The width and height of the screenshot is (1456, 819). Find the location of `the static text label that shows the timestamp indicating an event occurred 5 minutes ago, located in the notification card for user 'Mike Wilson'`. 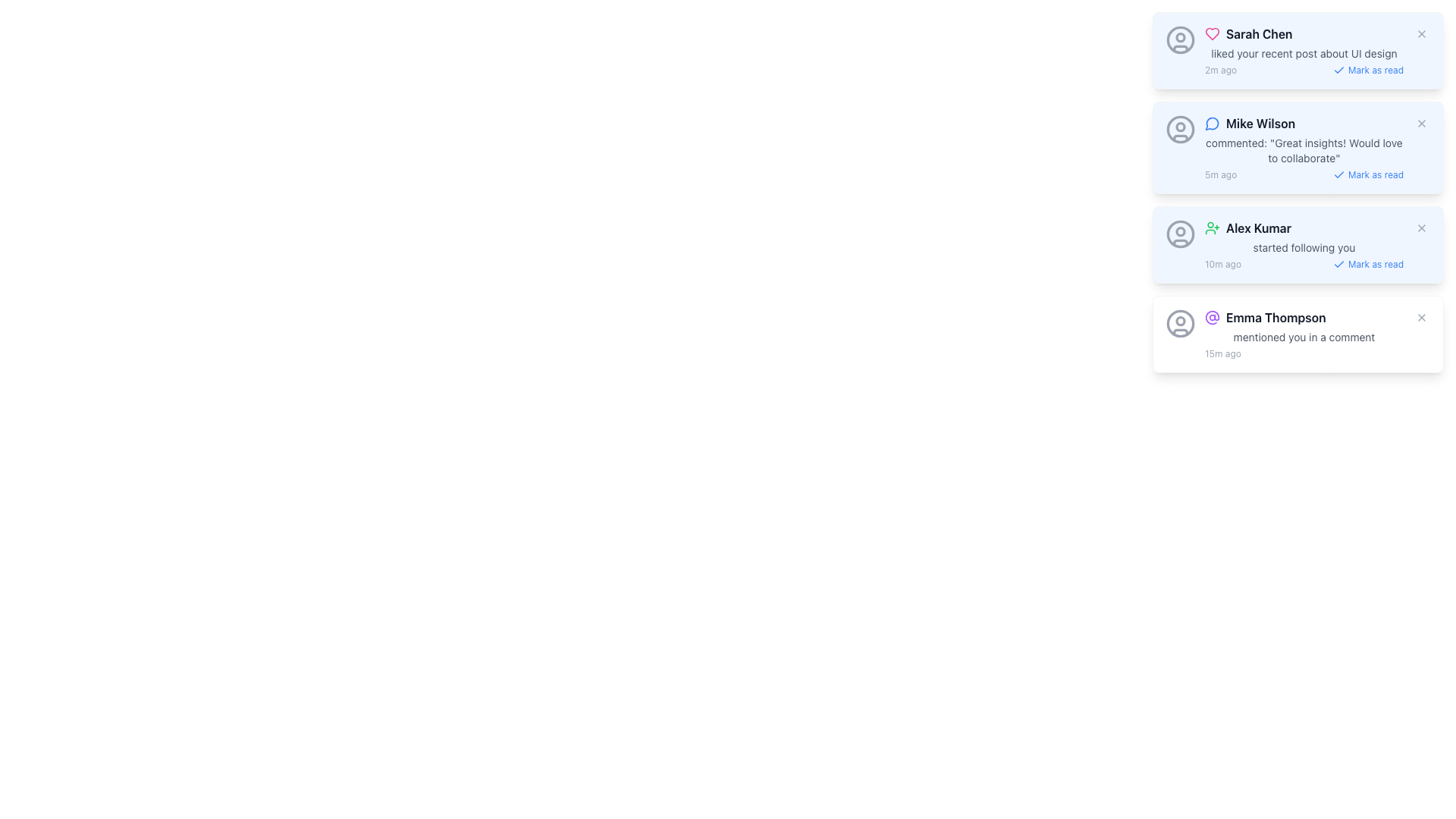

the static text label that shows the timestamp indicating an event occurred 5 minutes ago, located in the notification card for user 'Mike Wilson' is located at coordinates (1221, 174).